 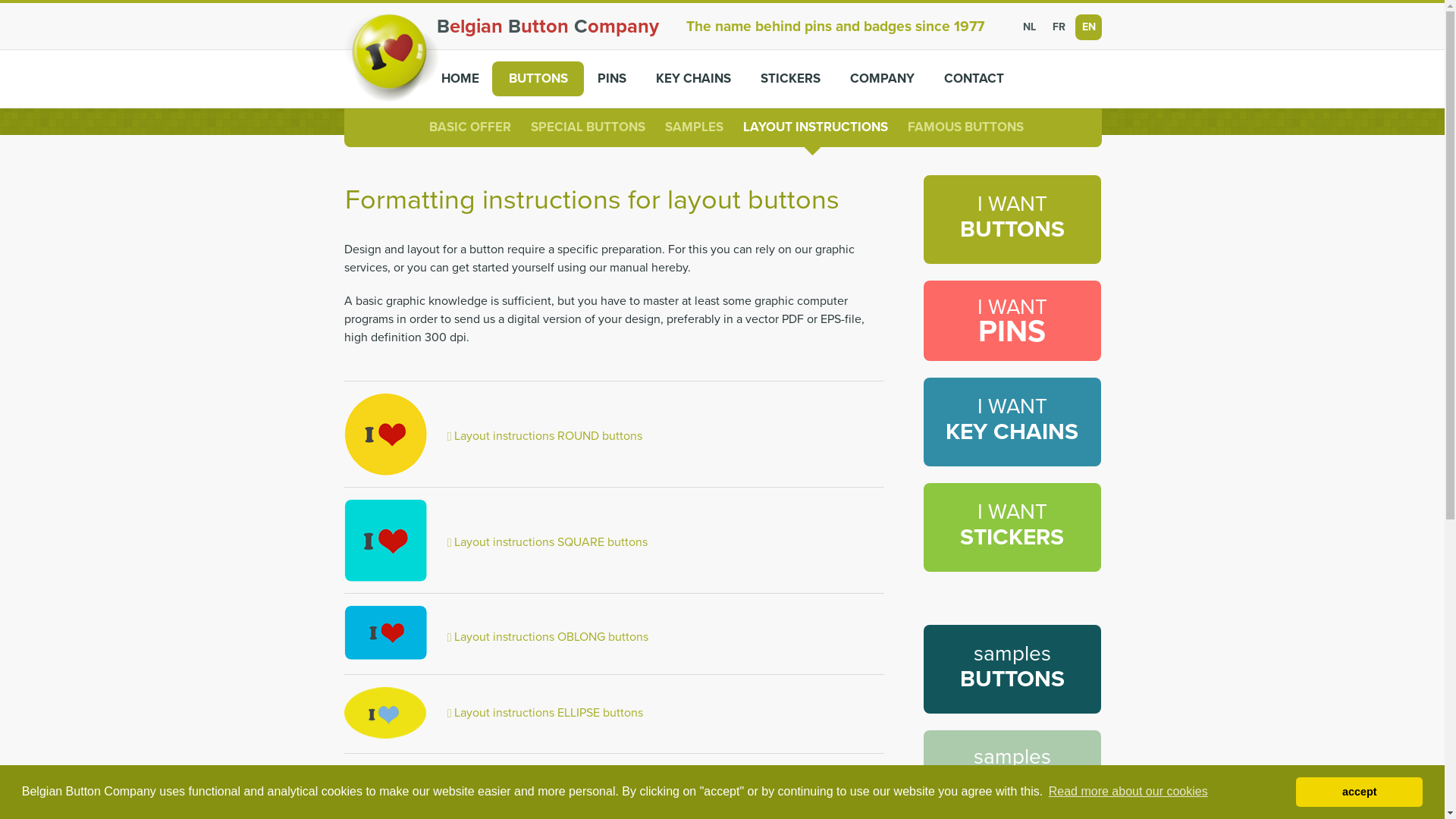 I want to click on 'KEY CHAINS', so click(x=691, y=79).